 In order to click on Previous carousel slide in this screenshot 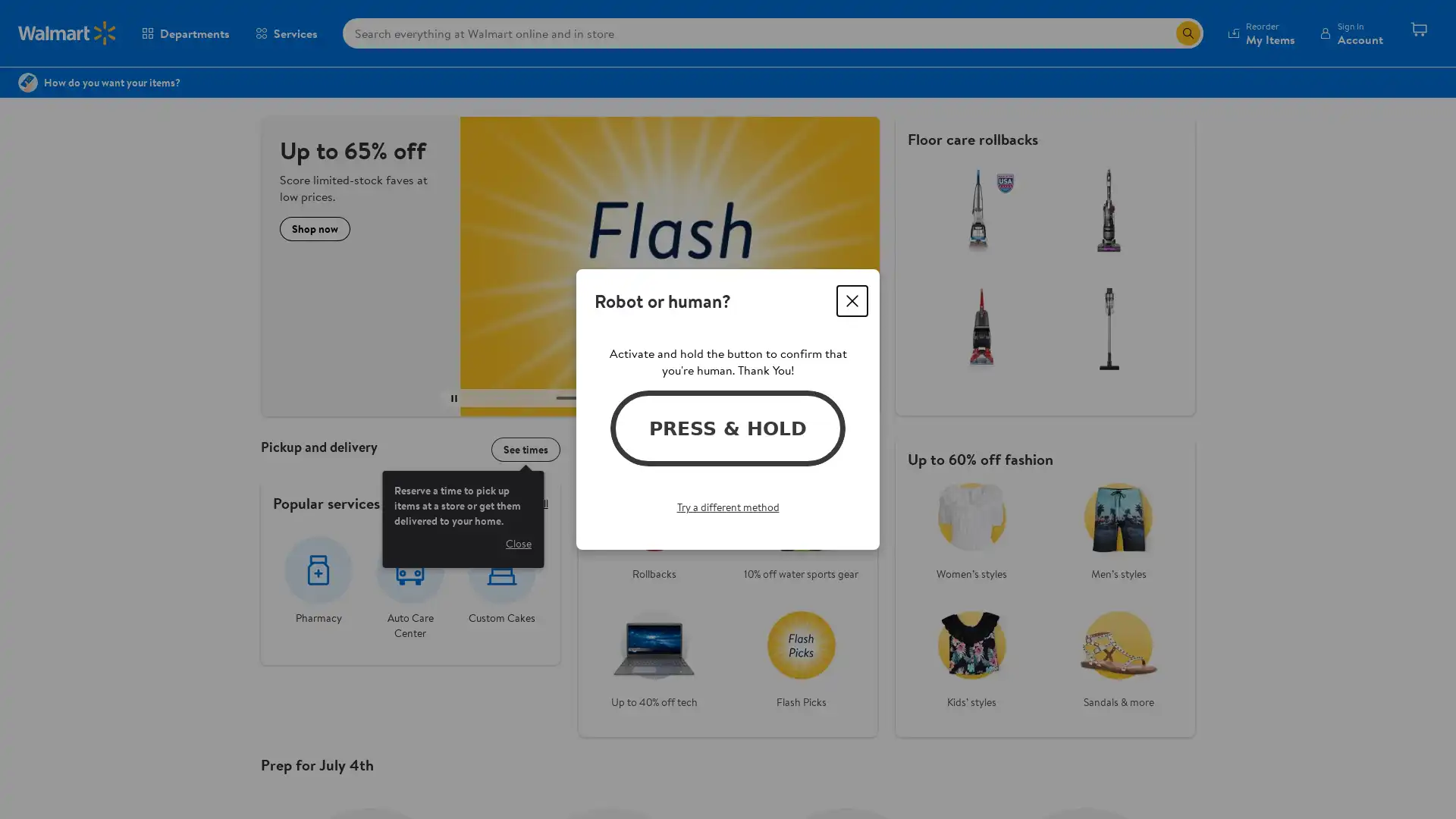, I will do `click(560, 397)`.